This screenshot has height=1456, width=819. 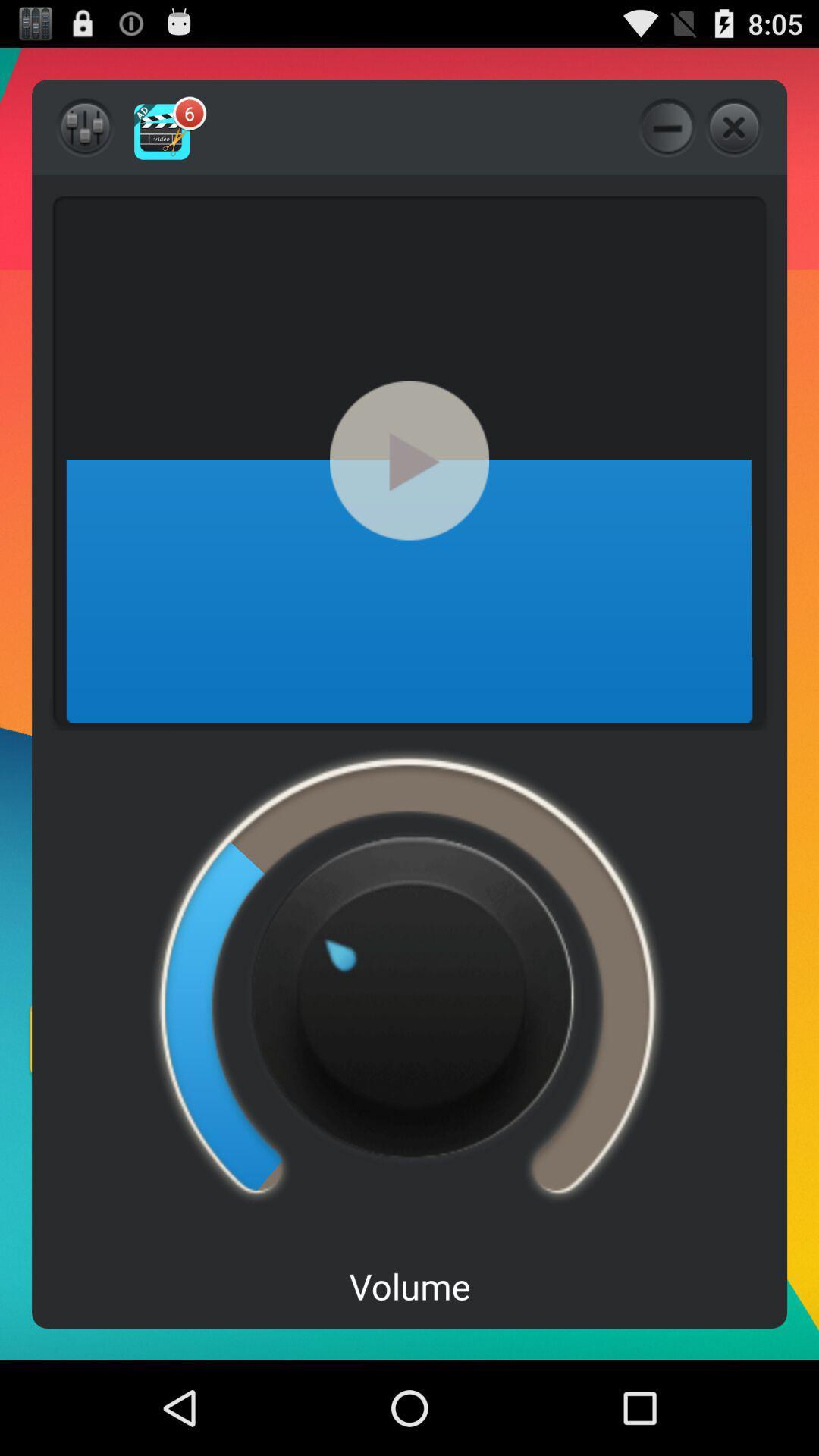 I want to click on the sliders icon, so click(x=85, y=136).